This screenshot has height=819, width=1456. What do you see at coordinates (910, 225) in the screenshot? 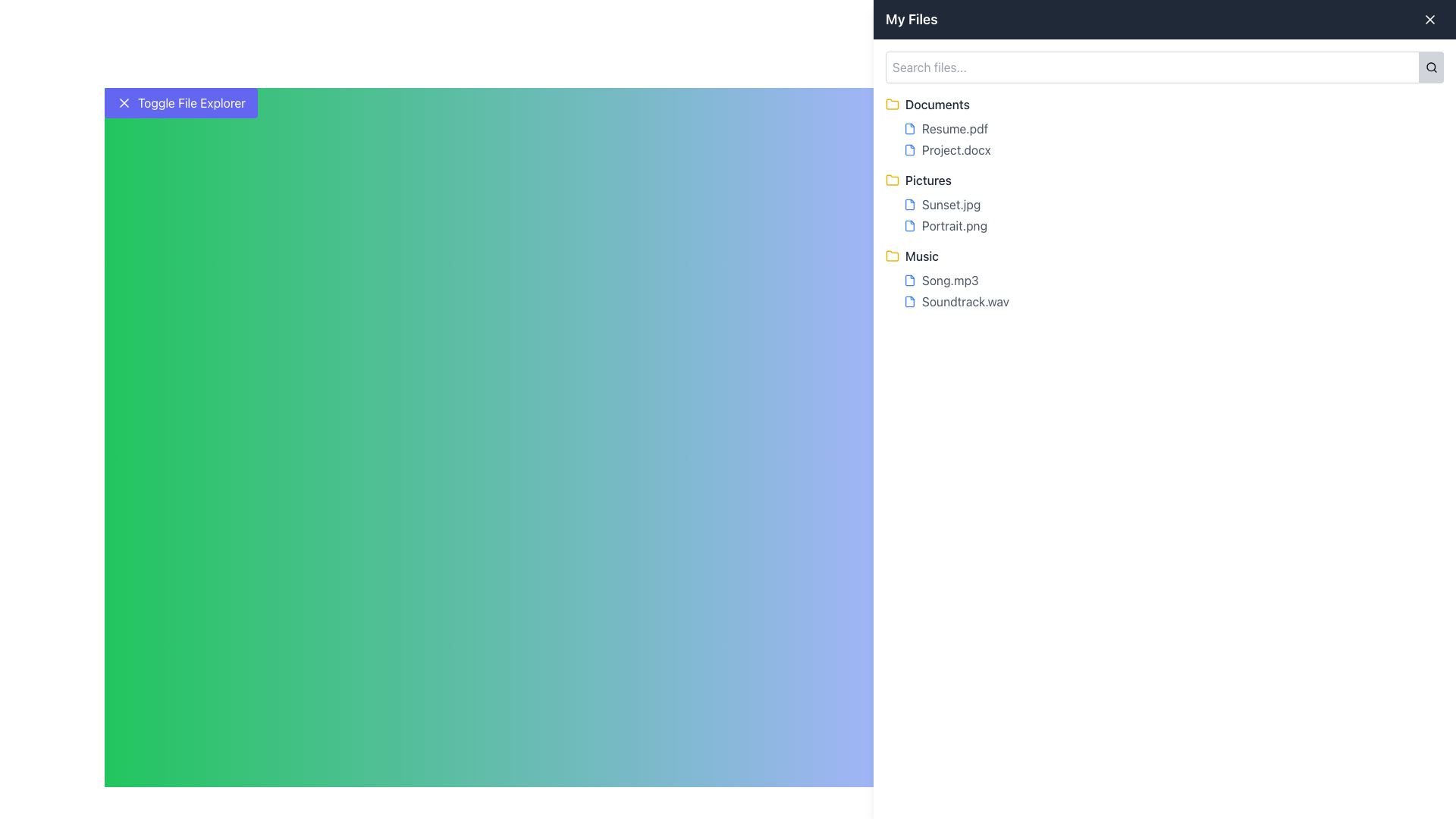
I see `the file document icon with a blue outline located next to the label 'Portrait.png' in the 'Pictures' section of the file explorer` at bounding box center [910, 225].